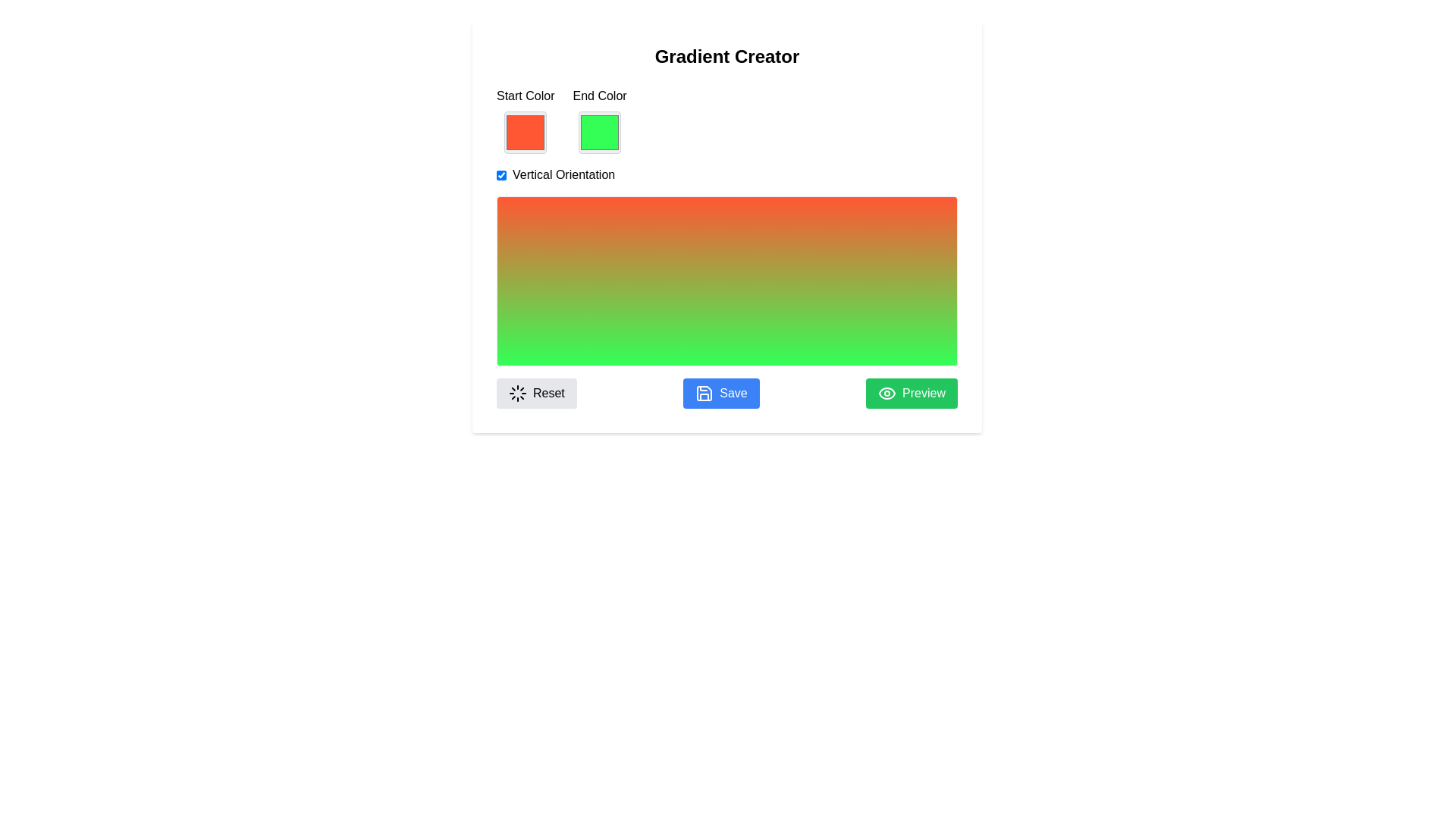 The image size is (1456, 819). I want to click on the Color Picker element located to the right of the 'Start Color' input box, which allows the user to select the end color for a gradient configuration, so click(599, 119).